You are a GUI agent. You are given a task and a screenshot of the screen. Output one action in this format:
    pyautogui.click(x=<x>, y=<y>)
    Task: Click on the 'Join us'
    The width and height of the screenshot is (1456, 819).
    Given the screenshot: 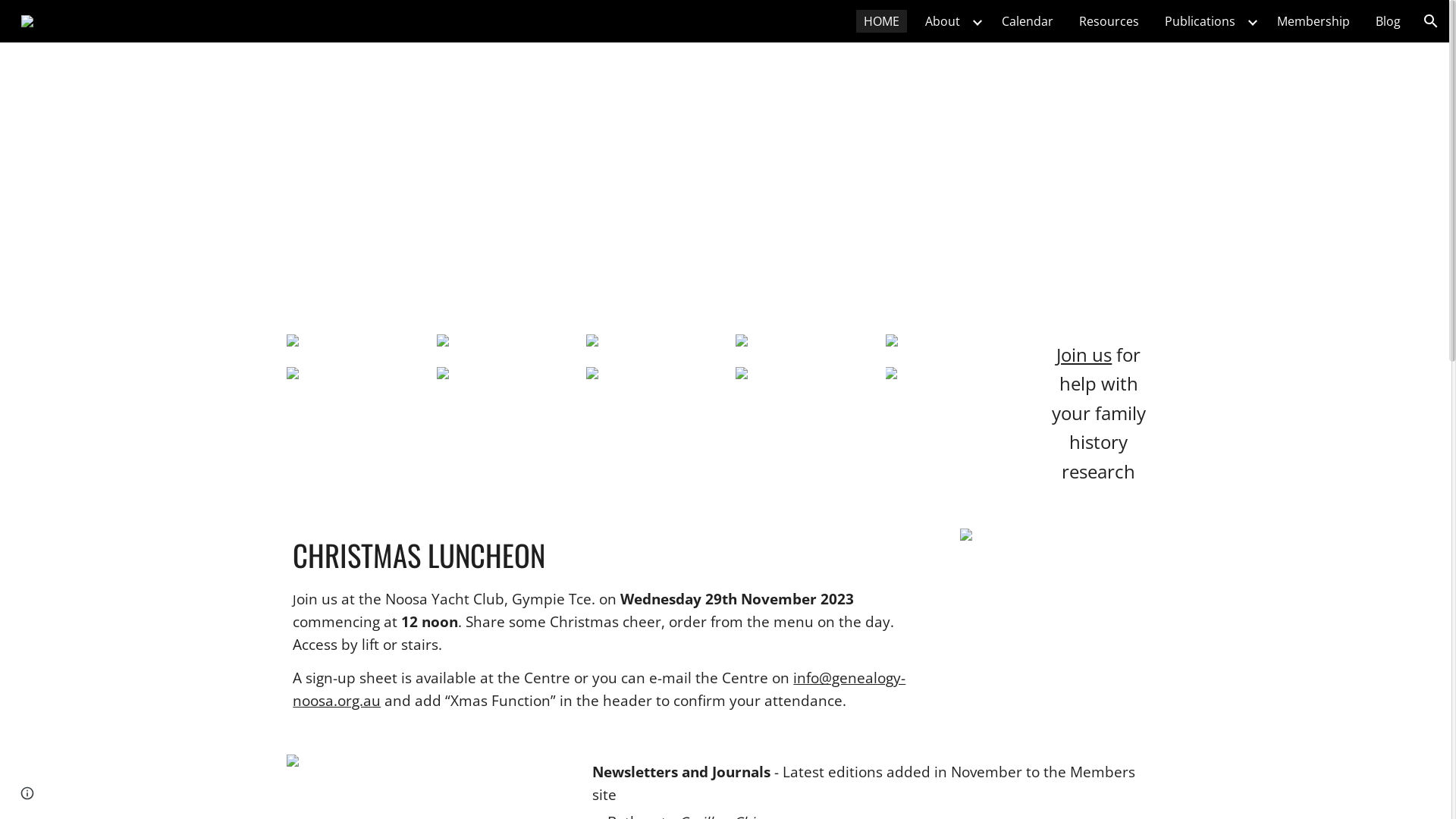 What is the action you would take?
    pyautogui.click(x=1083, y=356)
    